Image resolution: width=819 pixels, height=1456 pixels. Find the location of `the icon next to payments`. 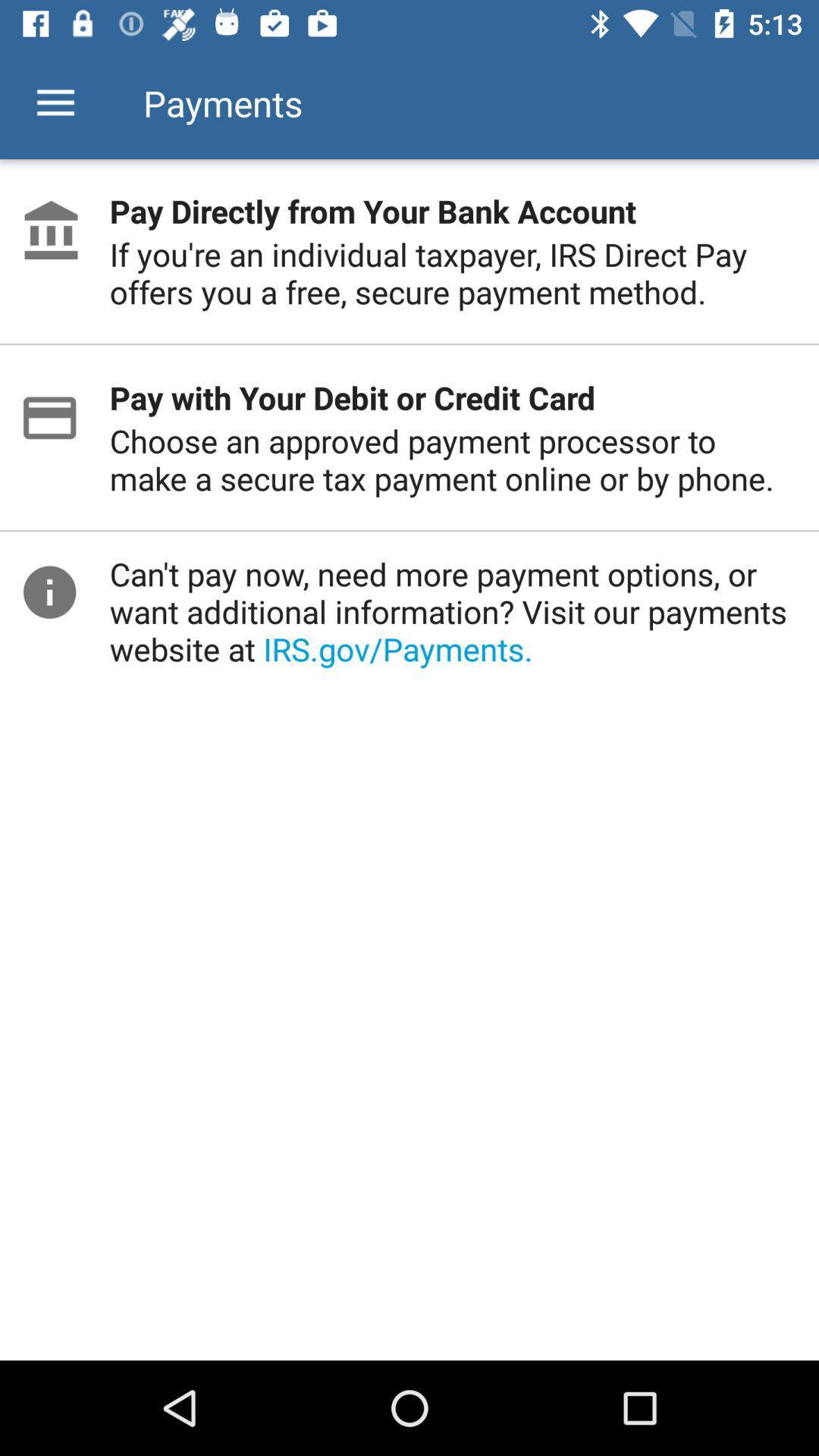

the icon next to payments is located at coordinates (55, 102).